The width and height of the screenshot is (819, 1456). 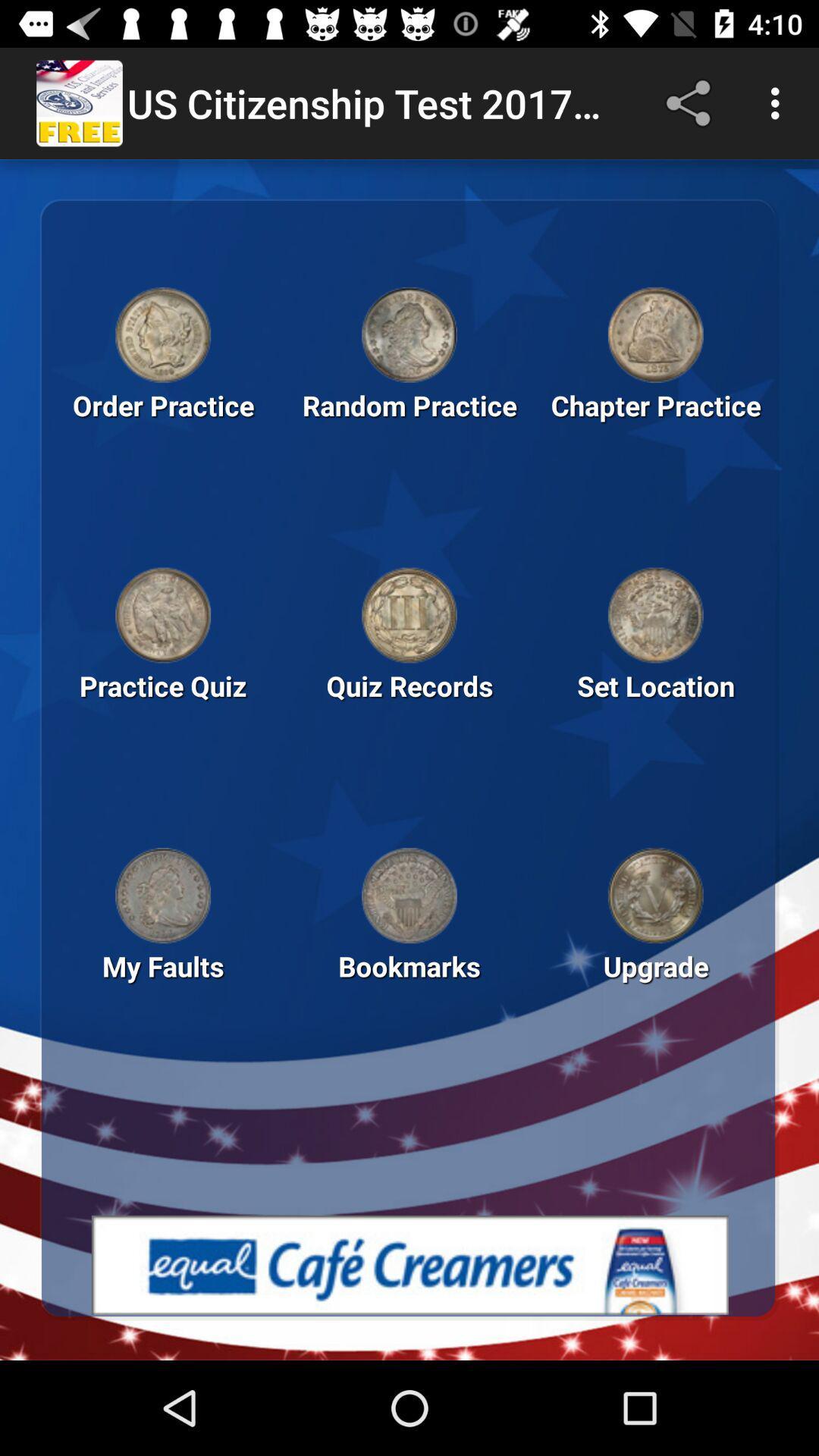 What do you see at coordinates (691, 103) in the screenshot?
I see `share` at bounding box center [691, 103].